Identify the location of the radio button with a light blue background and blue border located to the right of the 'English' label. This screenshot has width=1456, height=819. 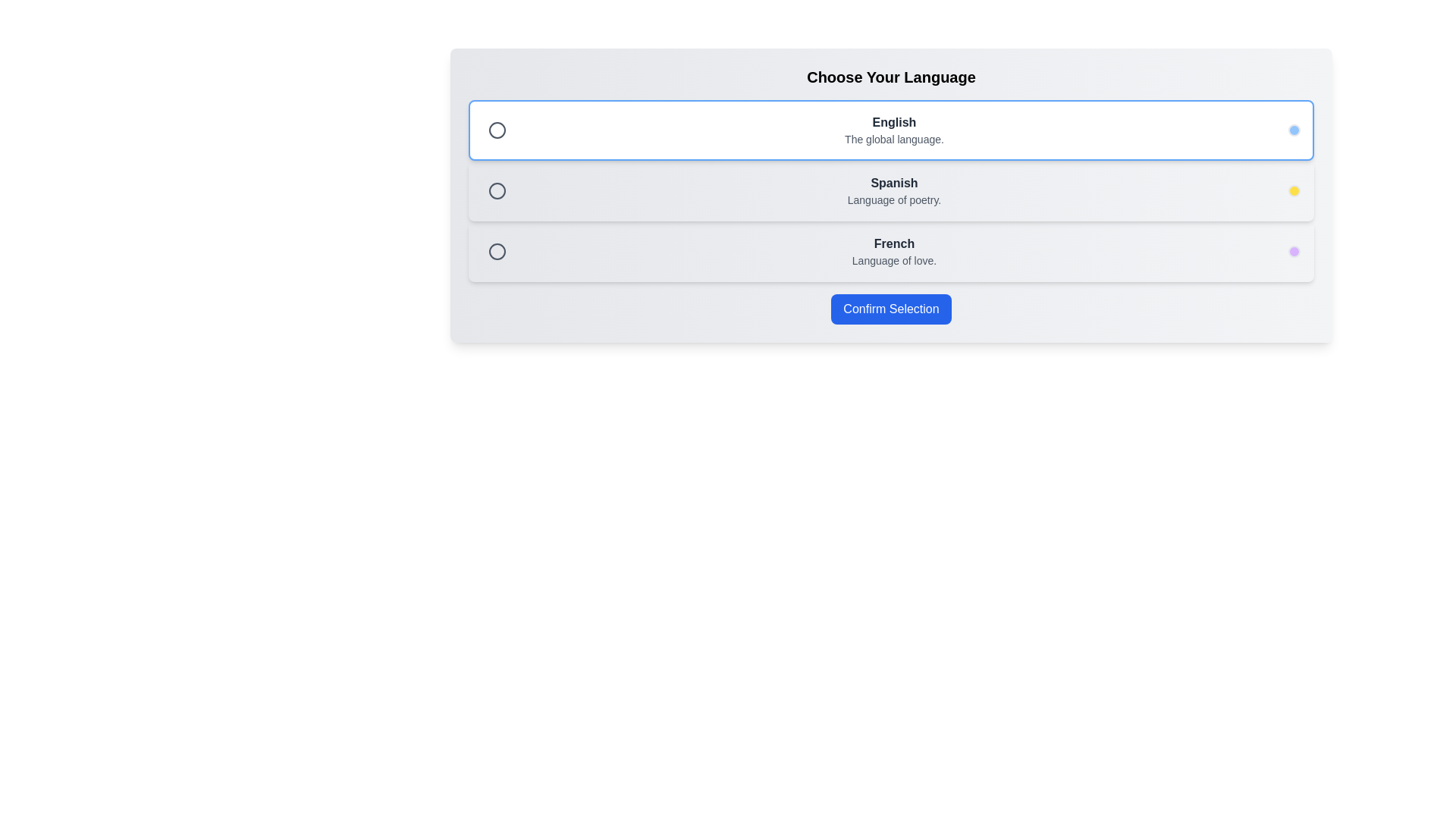
(1294, 130).